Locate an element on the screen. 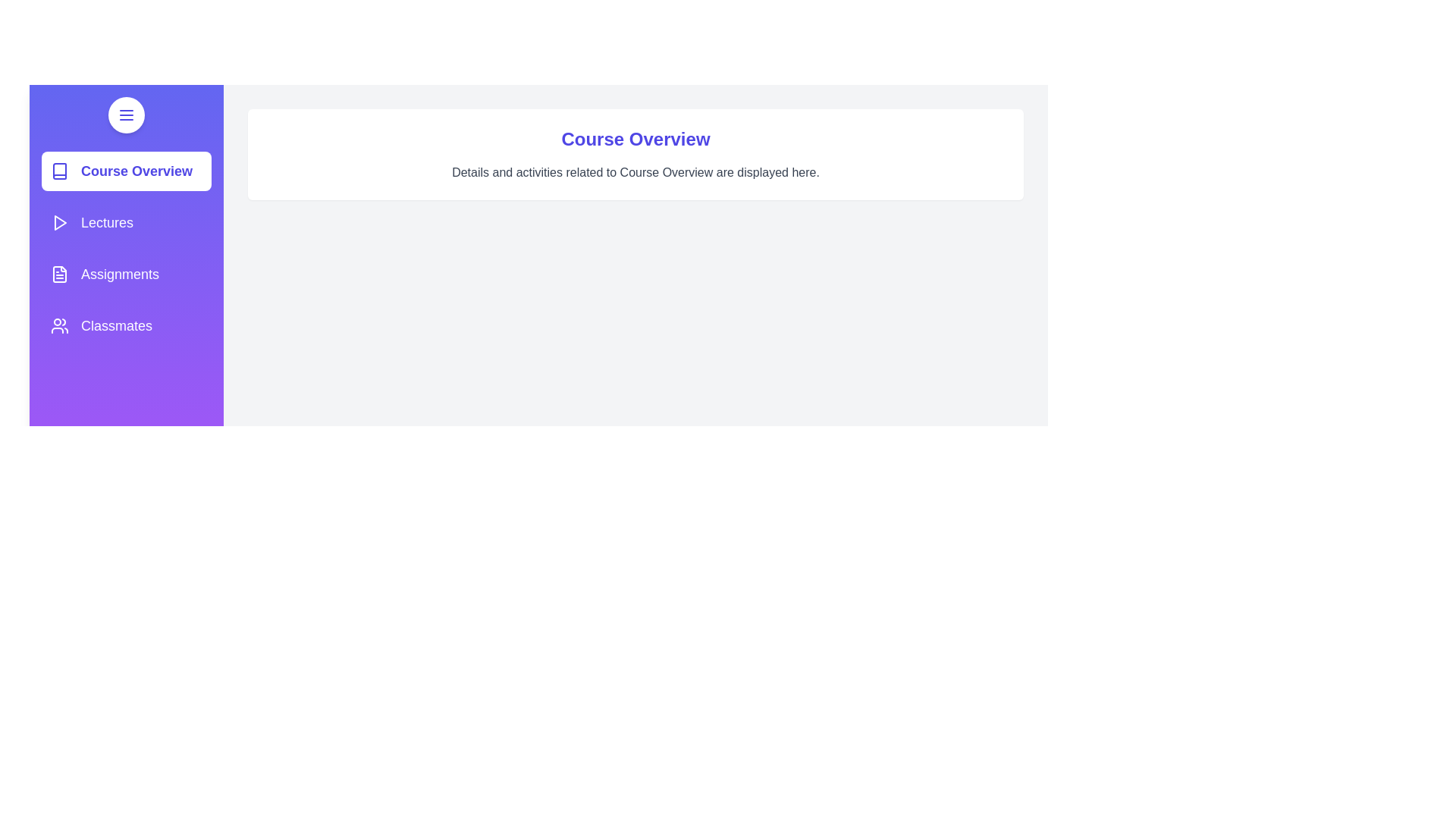 This screenshot has width=1456, height=819. the menu section labeled Classmates is located at coordinates (127, 325).